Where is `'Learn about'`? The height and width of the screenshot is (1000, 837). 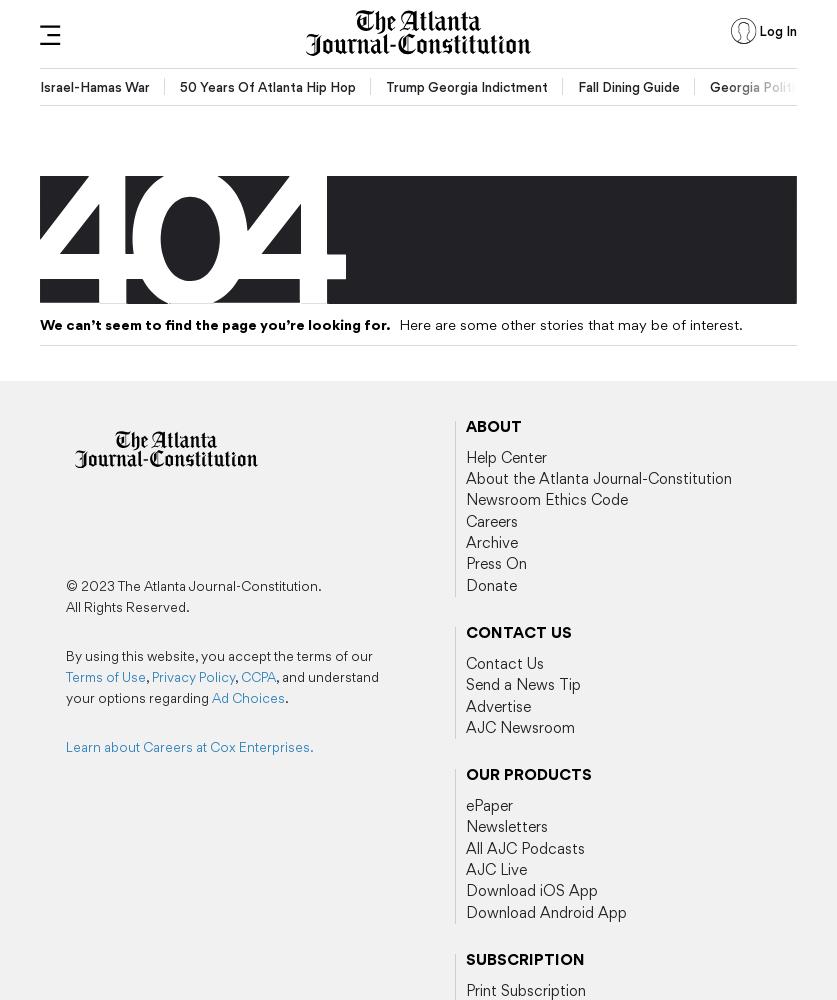 'Learn about' is located at coordinates (104, 746).